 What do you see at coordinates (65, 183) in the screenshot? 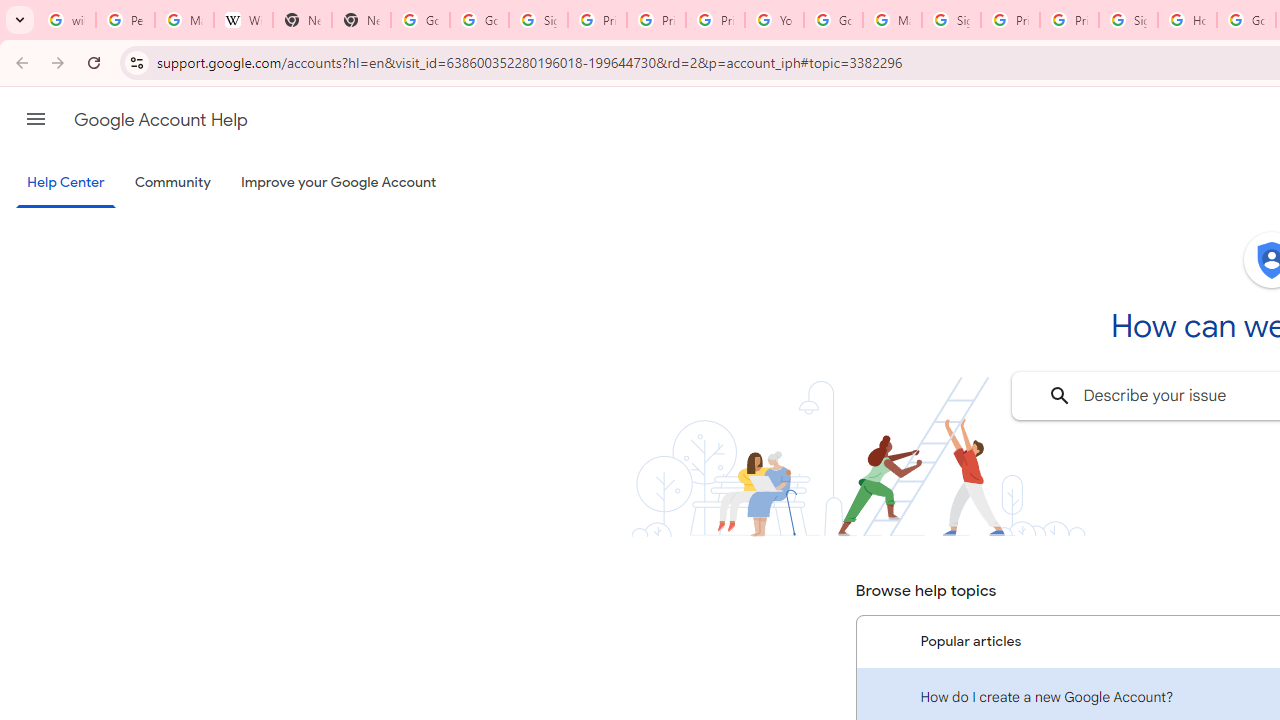
I see `'Help Center'` at bounding box center [65, 183].